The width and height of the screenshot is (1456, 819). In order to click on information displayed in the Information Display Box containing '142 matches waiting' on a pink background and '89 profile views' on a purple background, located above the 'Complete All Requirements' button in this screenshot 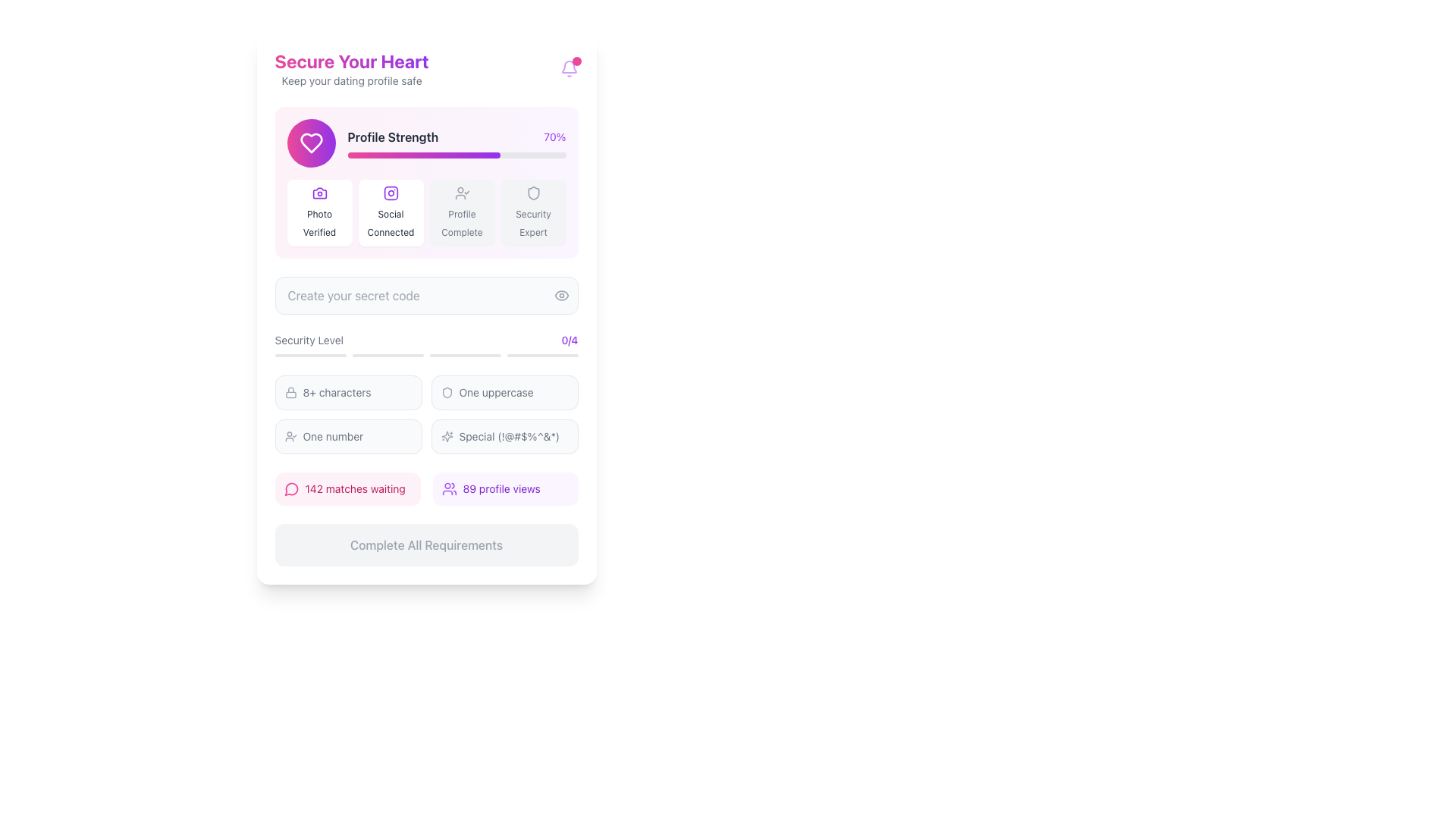, I will do `click(425, 488)`.